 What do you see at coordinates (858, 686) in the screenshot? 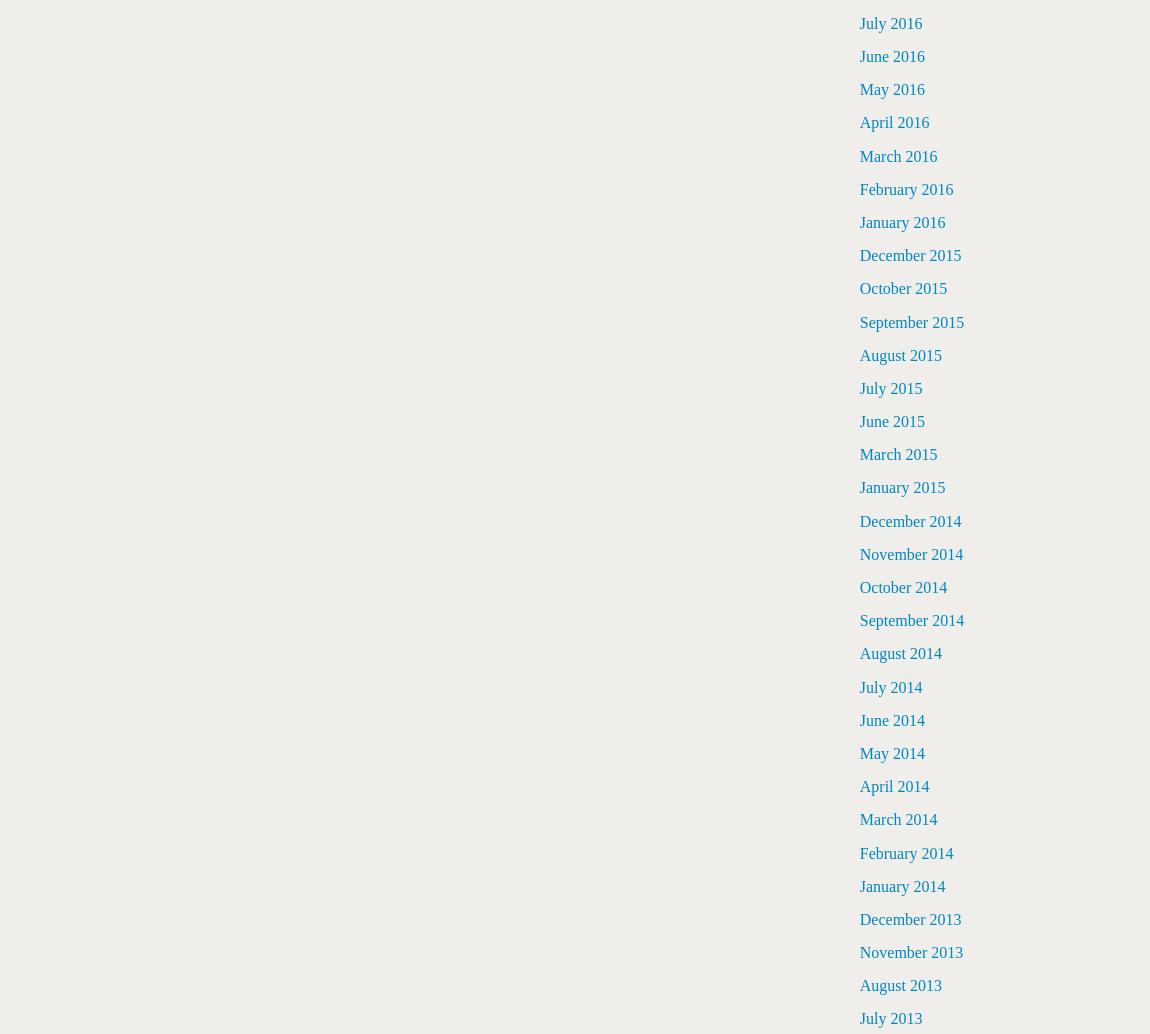
I see `'July 2014'` at bounding box center [858, 686].